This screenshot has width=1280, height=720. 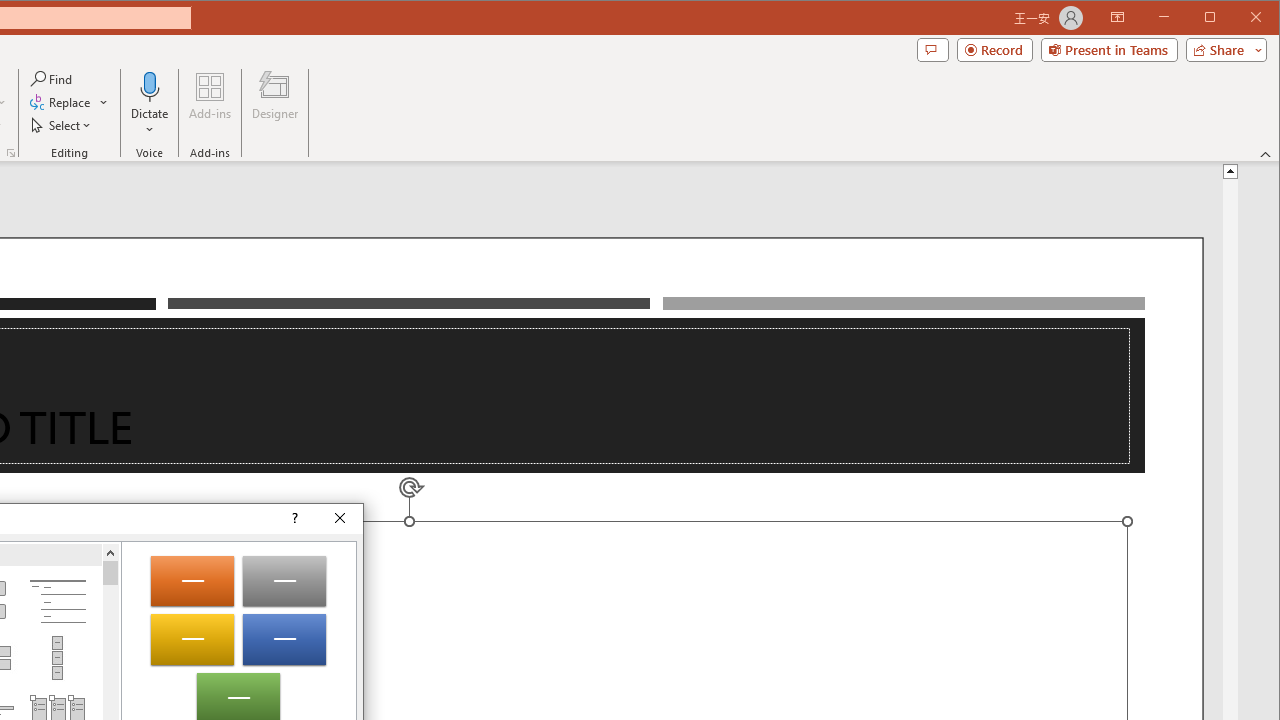 What do you see at coordinates (149, 85) in the screenshot?
I see `'Dictate'` at bounding box center [149, 85].